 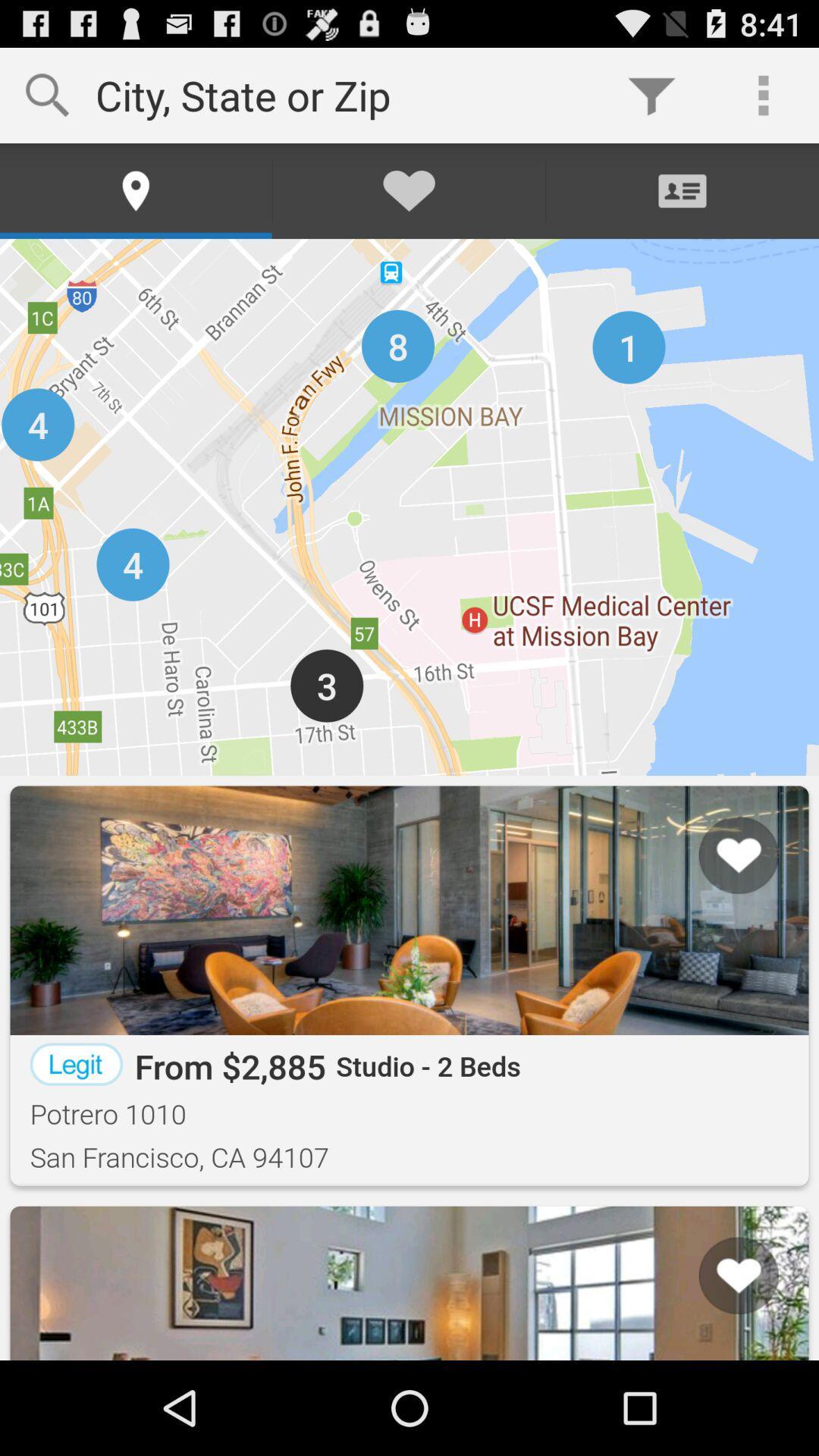 I want to click on the list item, so click(x=719, y=1301).